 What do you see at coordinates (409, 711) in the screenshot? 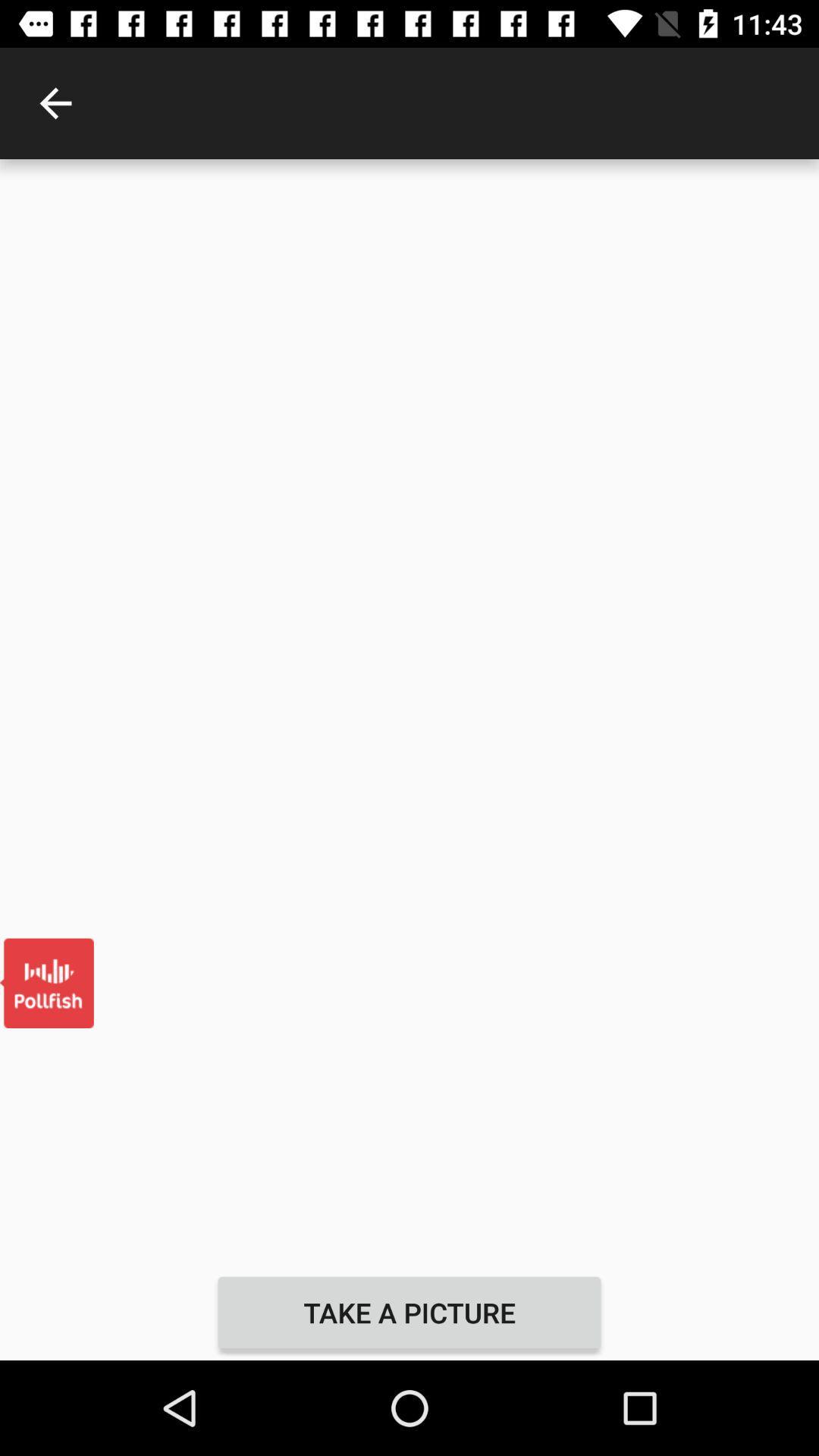
I see `icon above take a picture icon` at bounding box center [409, 711].